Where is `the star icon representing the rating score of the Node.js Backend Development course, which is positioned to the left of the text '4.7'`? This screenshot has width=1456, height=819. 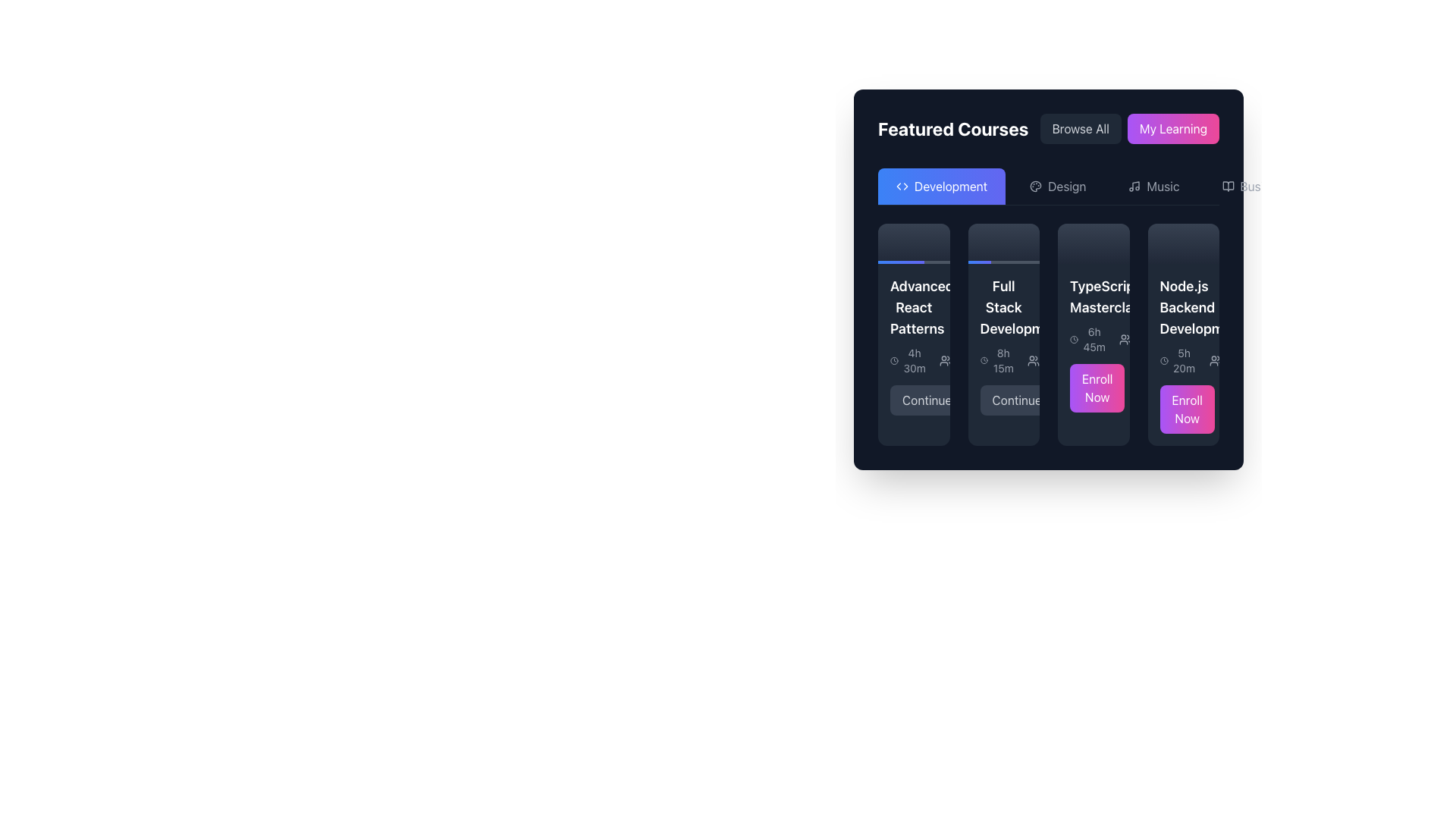 the star icon representing the rating score of the Node.js Backend Development course, which is positioned to the left of the text '4.7' is located at coordinates (1178, 339).